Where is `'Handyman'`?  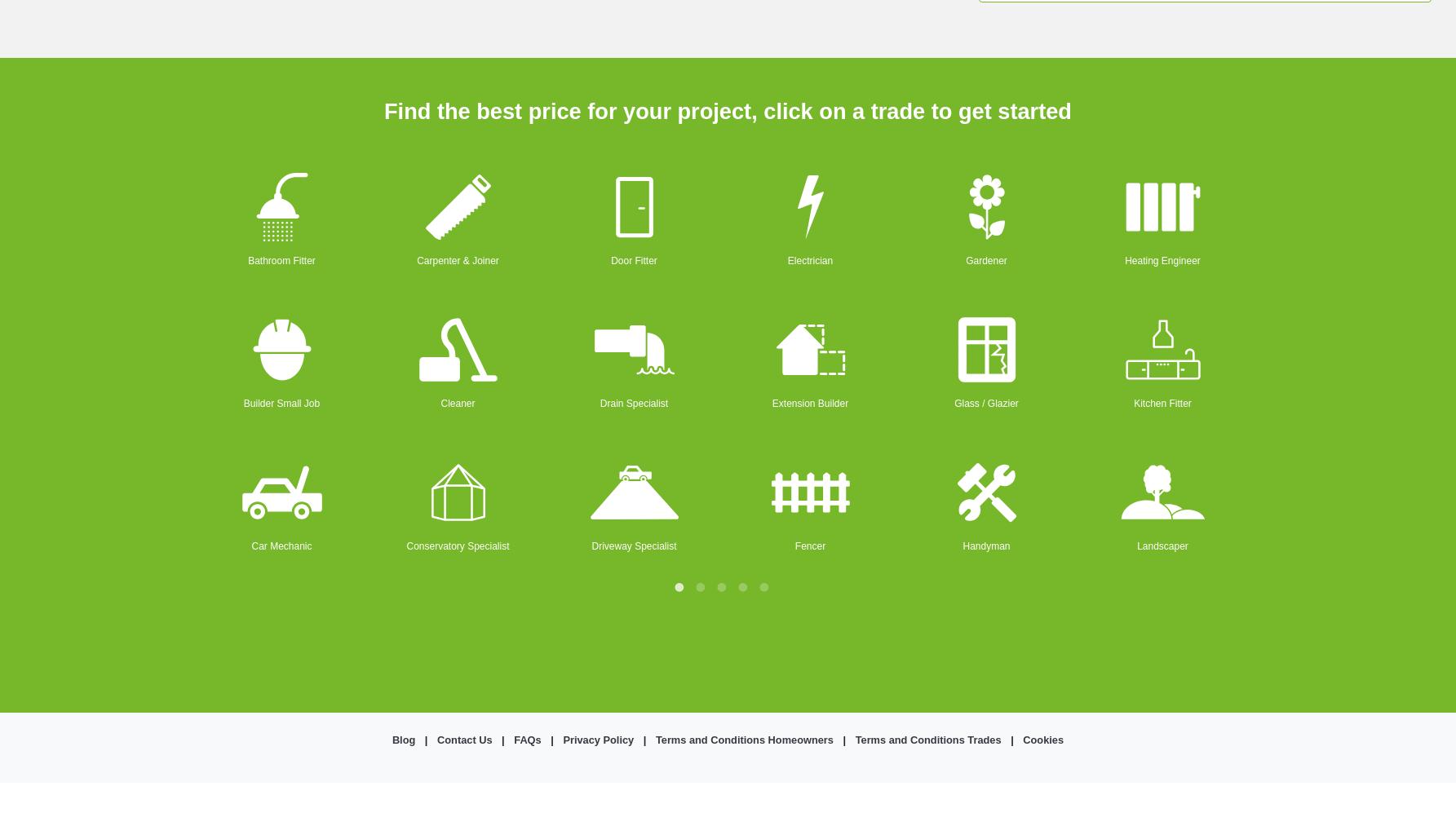 'Handyman' is located at coordinates (962, 544).